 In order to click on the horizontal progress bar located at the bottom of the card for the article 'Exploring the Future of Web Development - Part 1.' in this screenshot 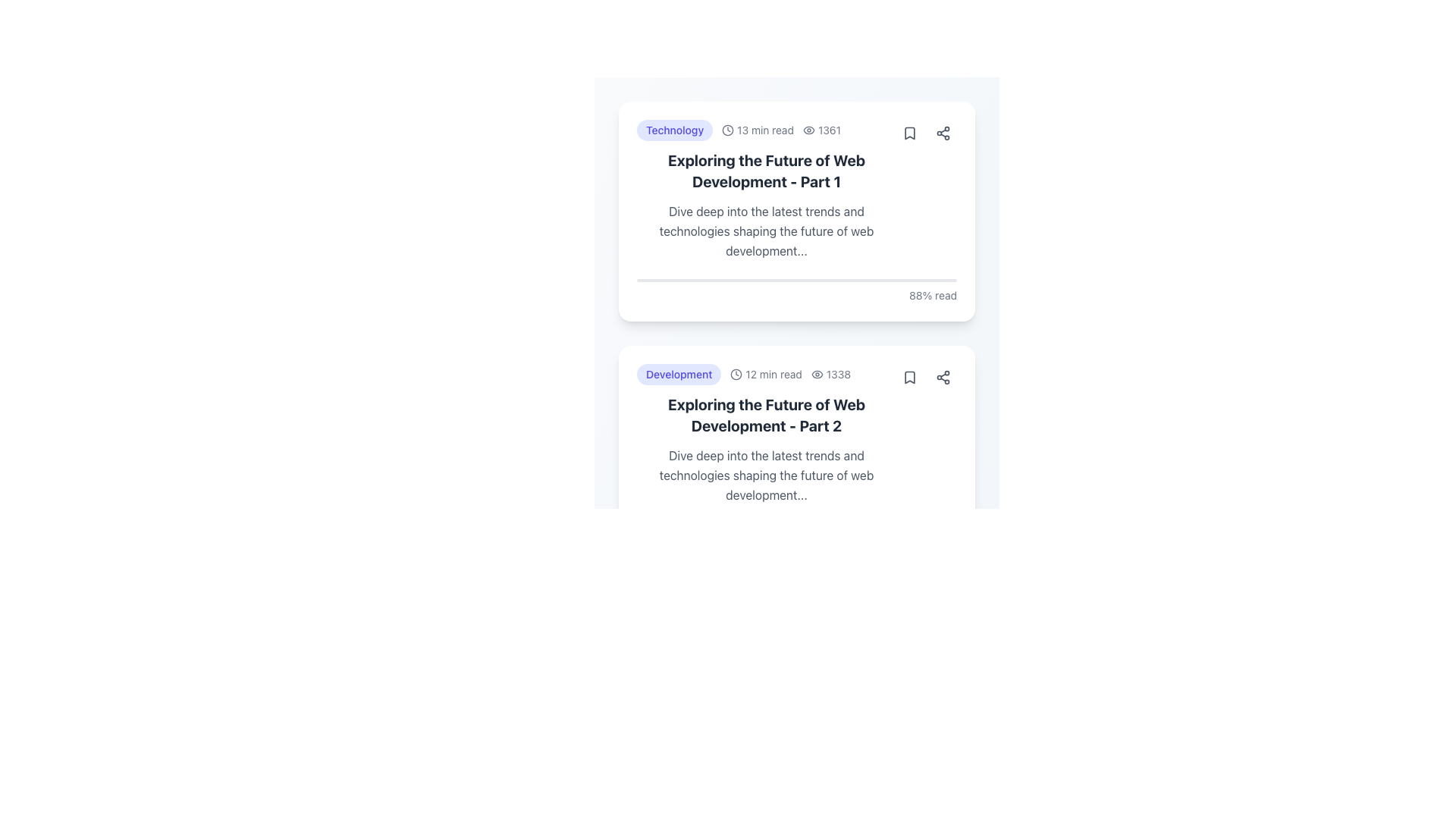, I will do `click(796, 281)`.